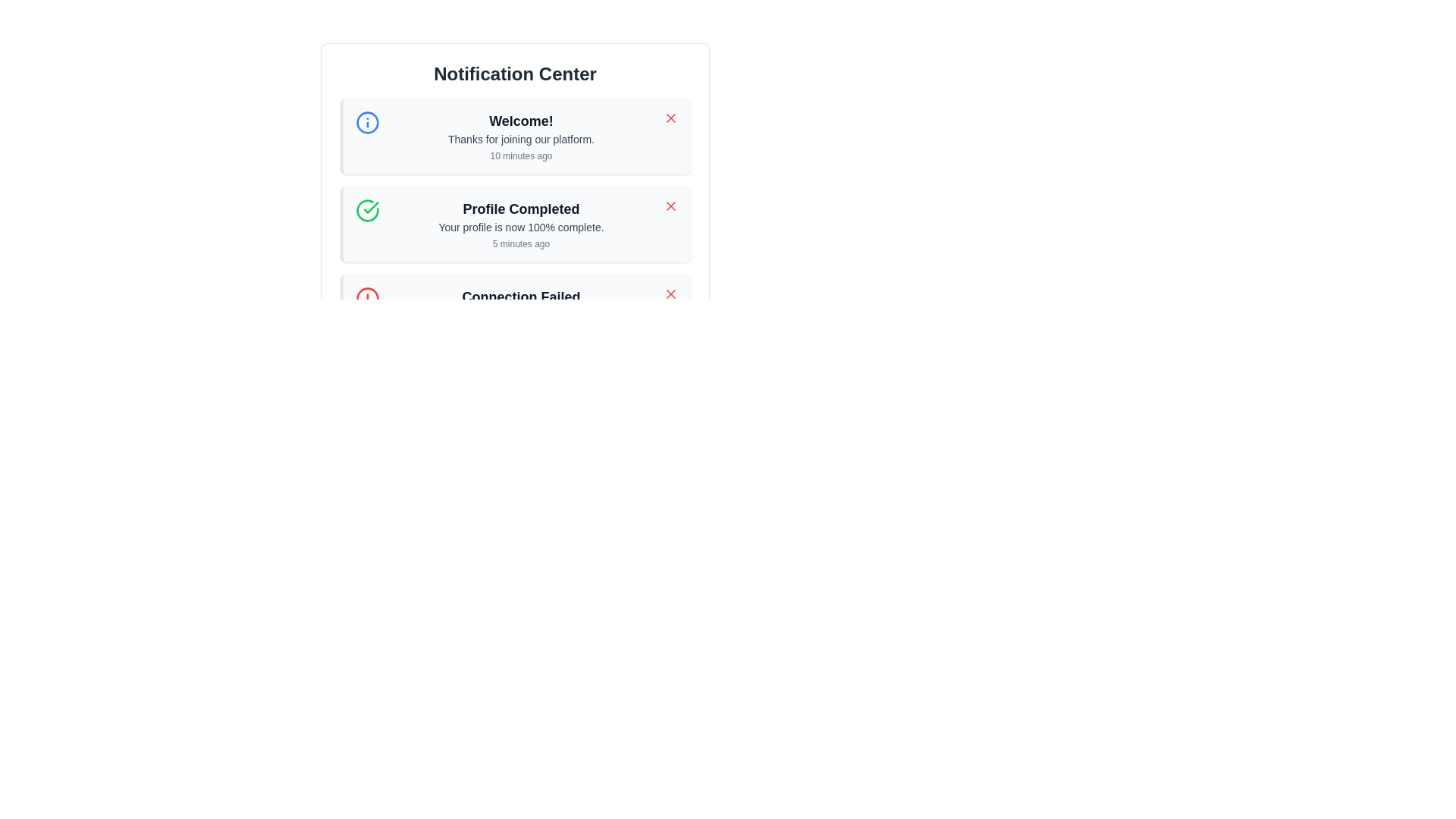 The height and width of the screenshot is (819, 1456). I want to click on the dismiss button for the 'Connection Failed' notification located at the top-right corner of the notification card, so click(670, 294).